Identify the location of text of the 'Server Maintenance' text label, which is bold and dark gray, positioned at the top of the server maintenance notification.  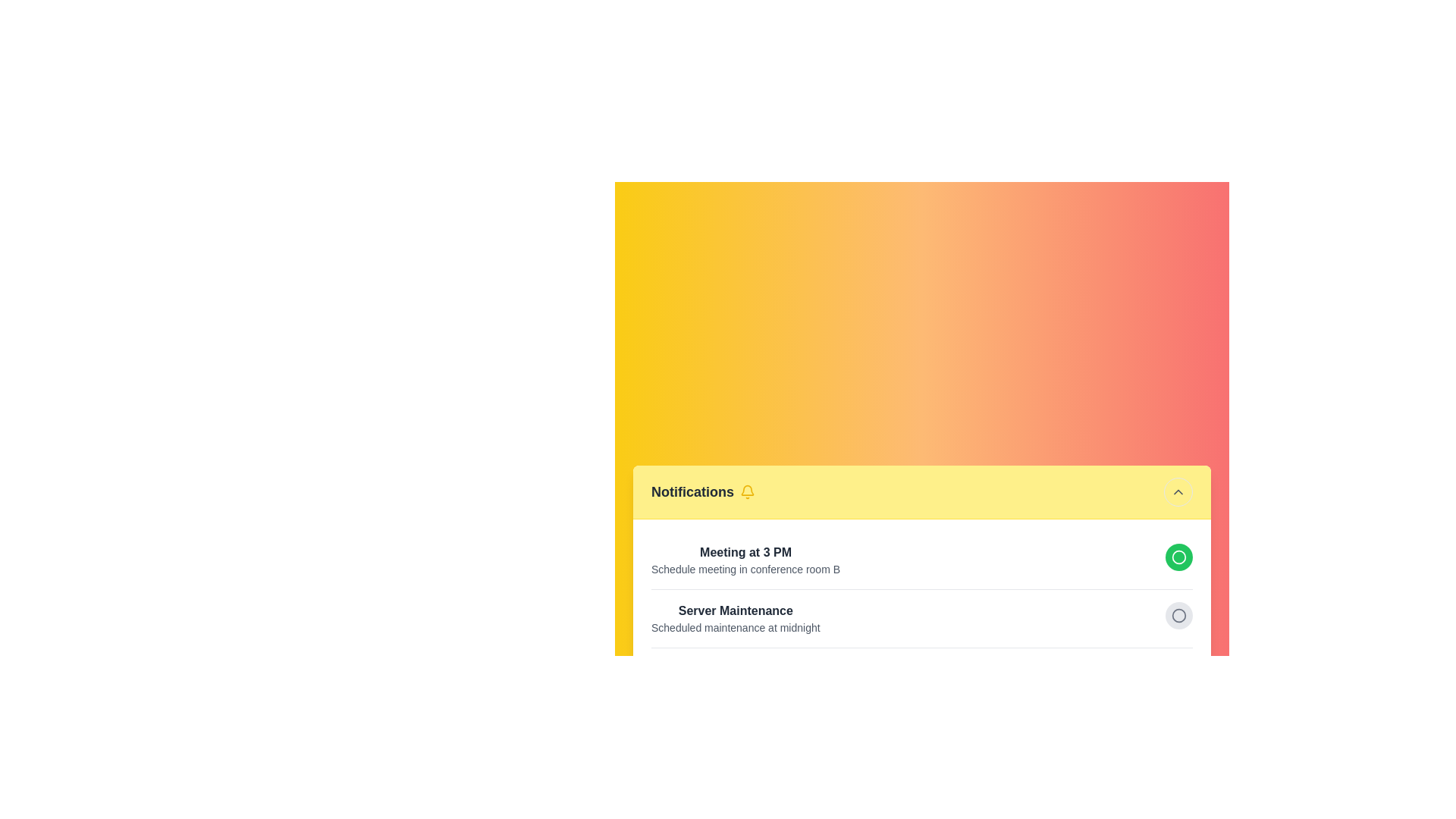
(736, 610).